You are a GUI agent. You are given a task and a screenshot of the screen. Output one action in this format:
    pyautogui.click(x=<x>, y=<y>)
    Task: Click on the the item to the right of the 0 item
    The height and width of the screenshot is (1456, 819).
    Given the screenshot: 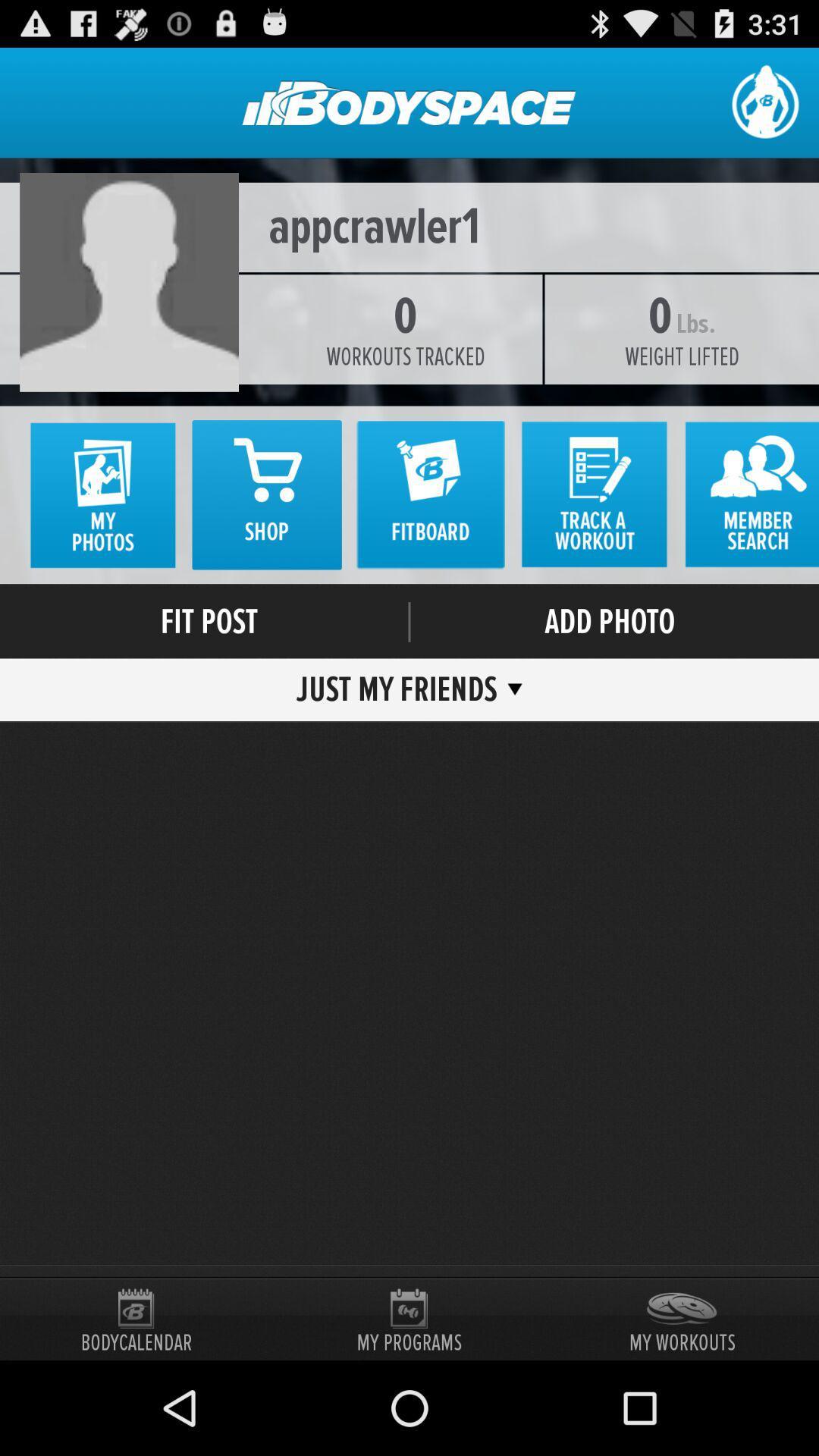 What is the action you would take?
    pyautogui.click(x=695, y=323)
    